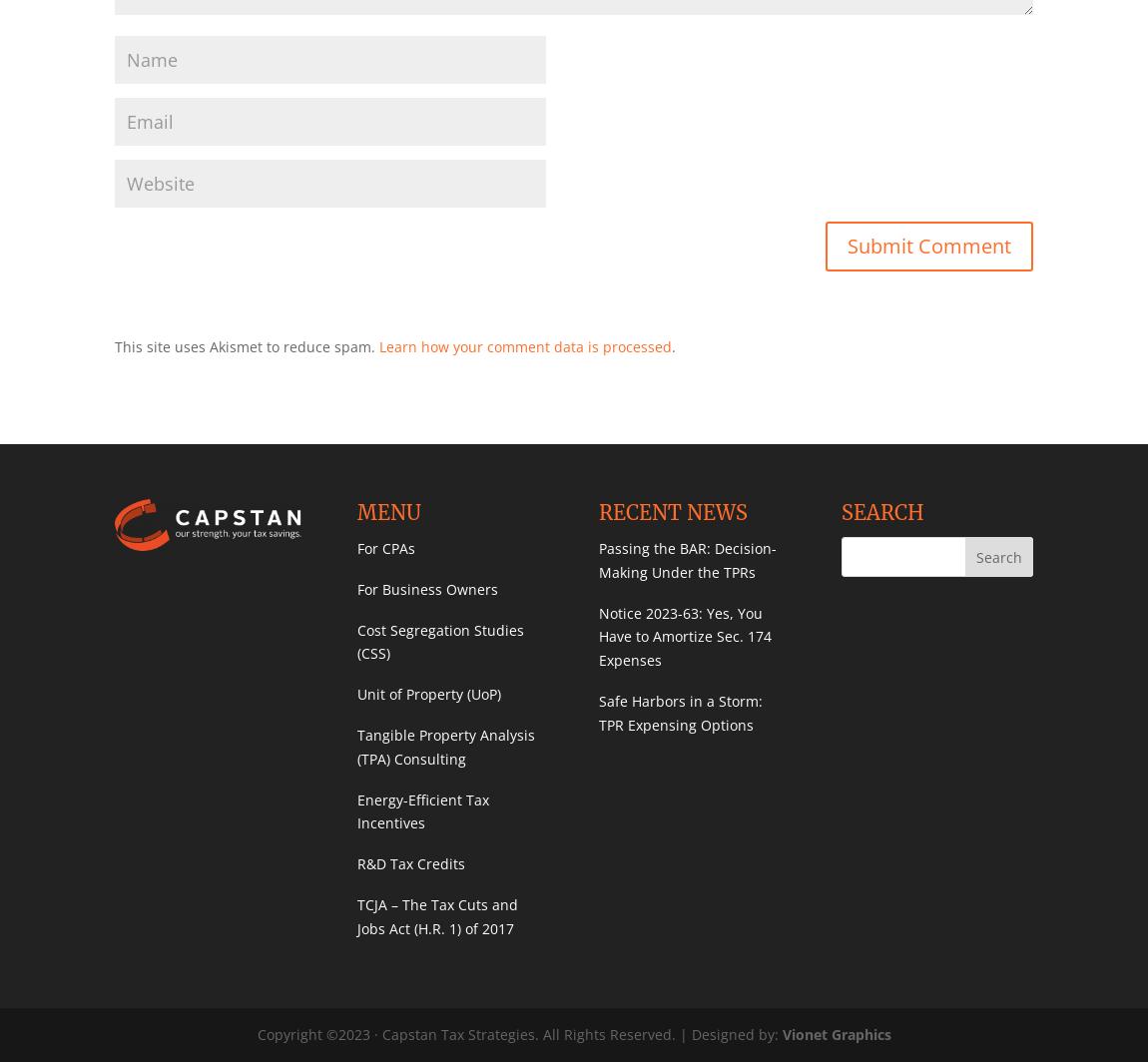 The height and width of the screenshot is (1062, 1148). What do you see at coordinates (444, 746) in the screenshot?
I see `'Tangible Property Analysis (TPA) Consulting'` at bounding box center [444, 746].